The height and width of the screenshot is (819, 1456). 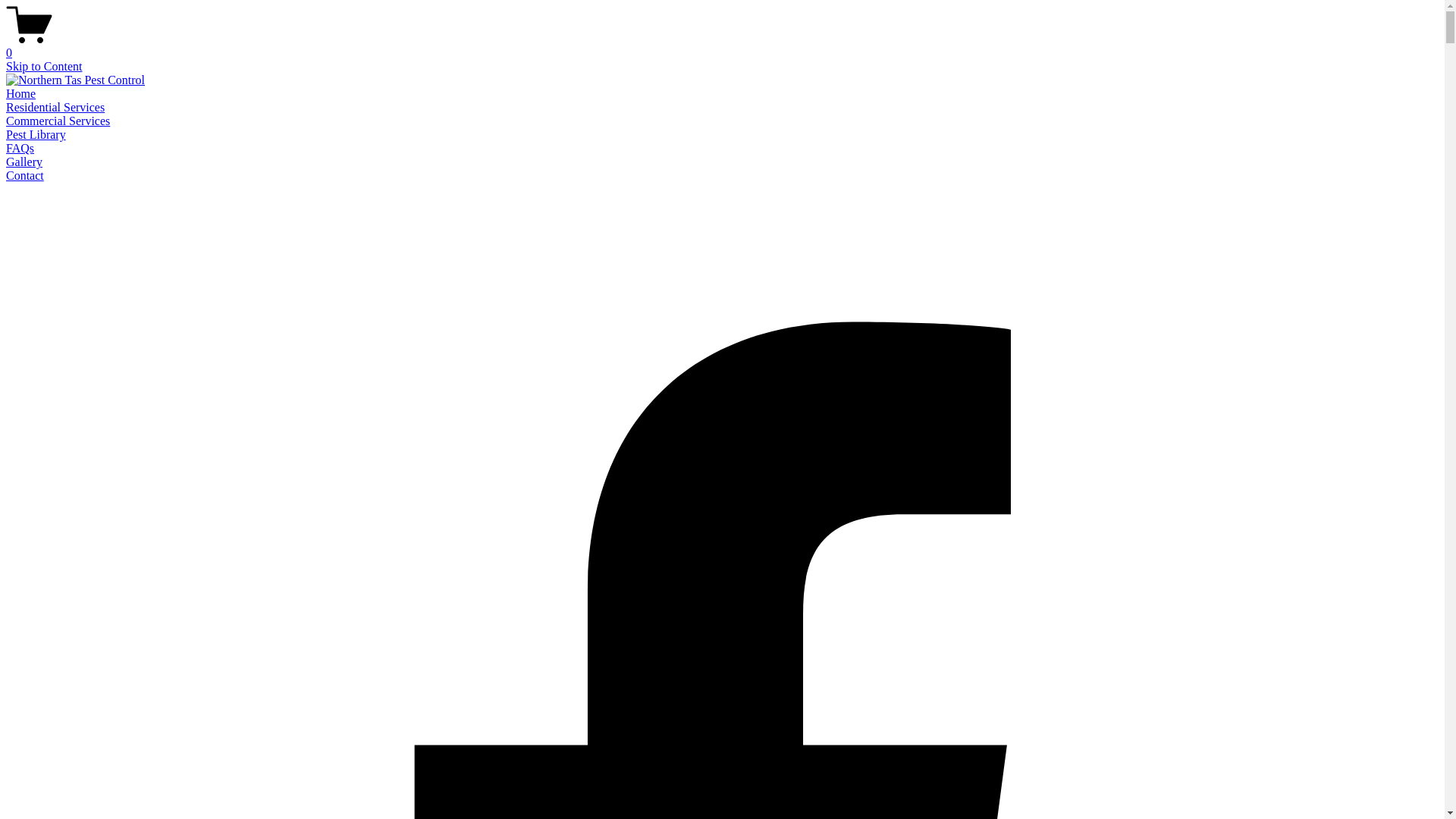 I want to click on 'Contact', so click(x=25, y=174).